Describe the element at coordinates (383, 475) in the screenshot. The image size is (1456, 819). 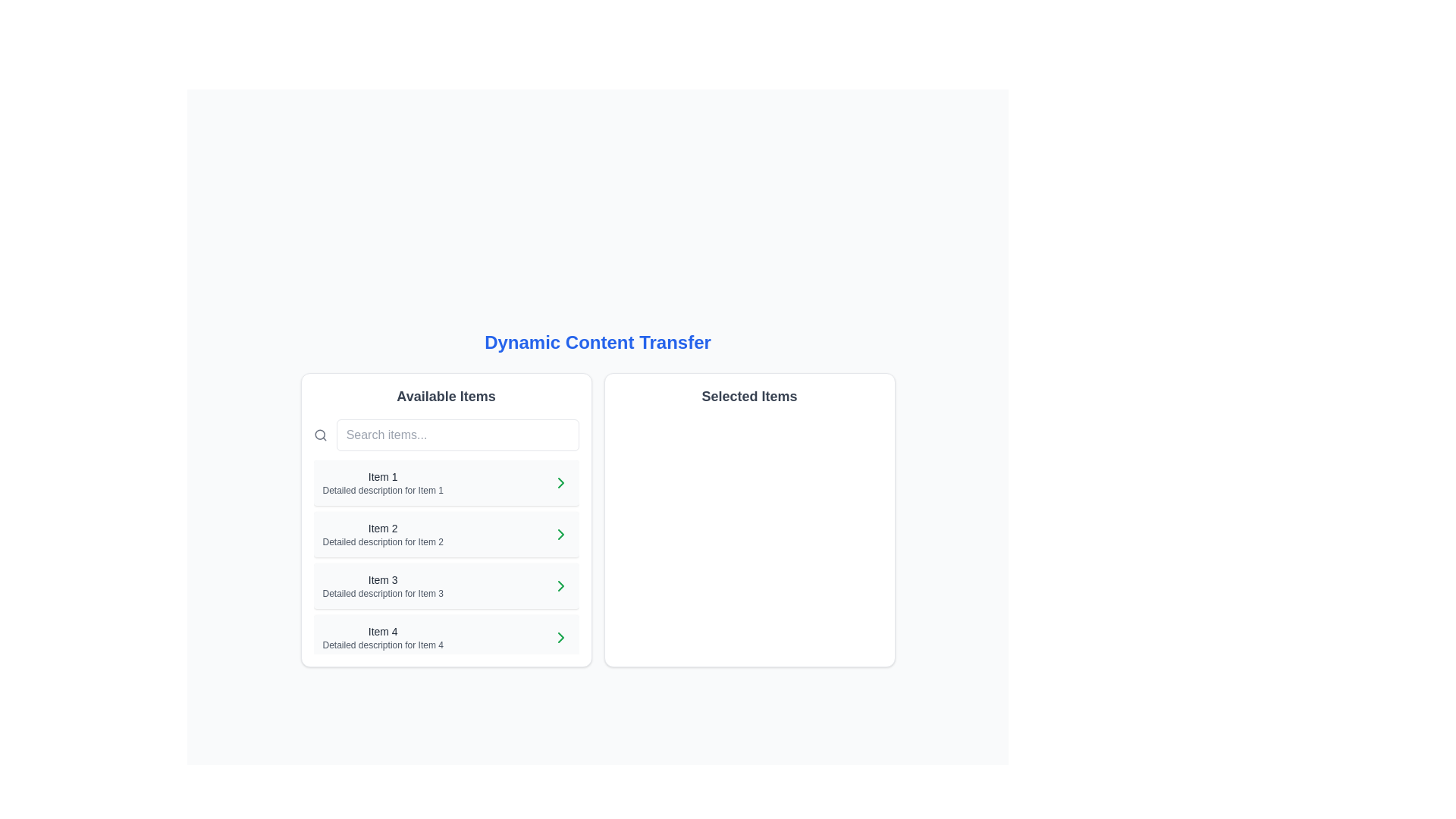
I see `text of the label located above the 'Detailed description for Item 1' in the first card of the 'Available Items' section` at that location.